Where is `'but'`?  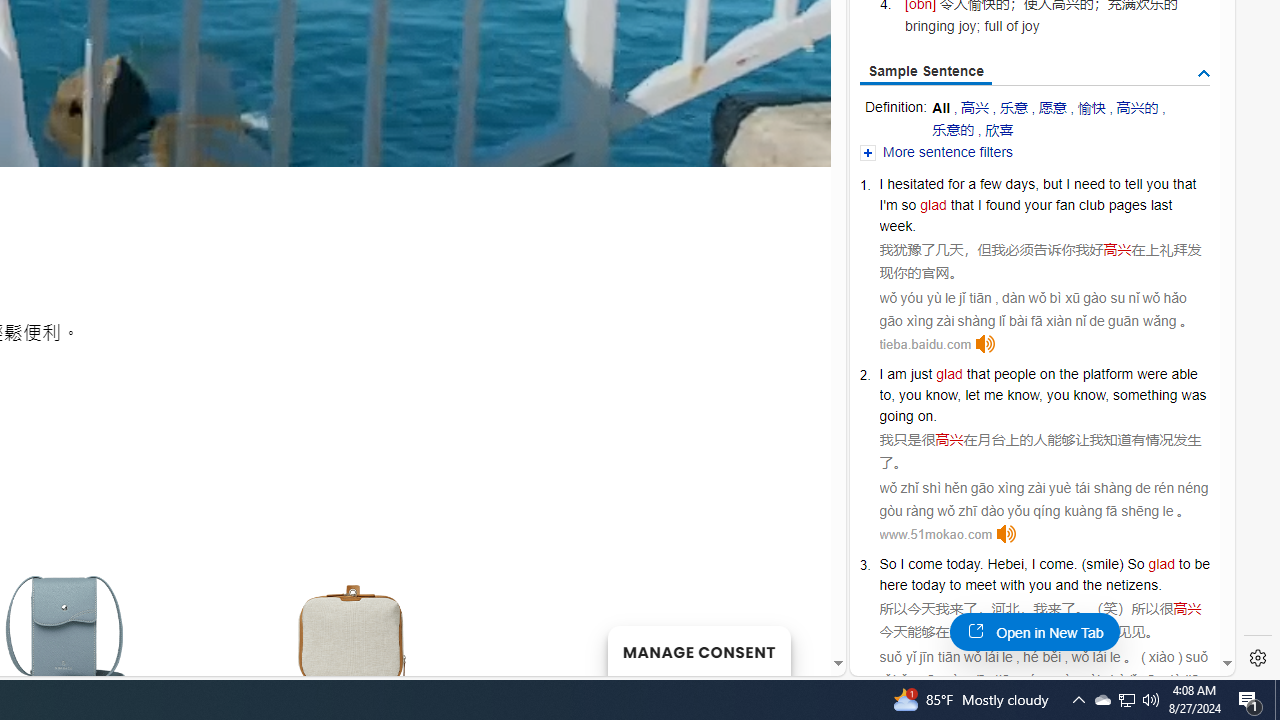
'but' is located at coordinates (1051, 183).